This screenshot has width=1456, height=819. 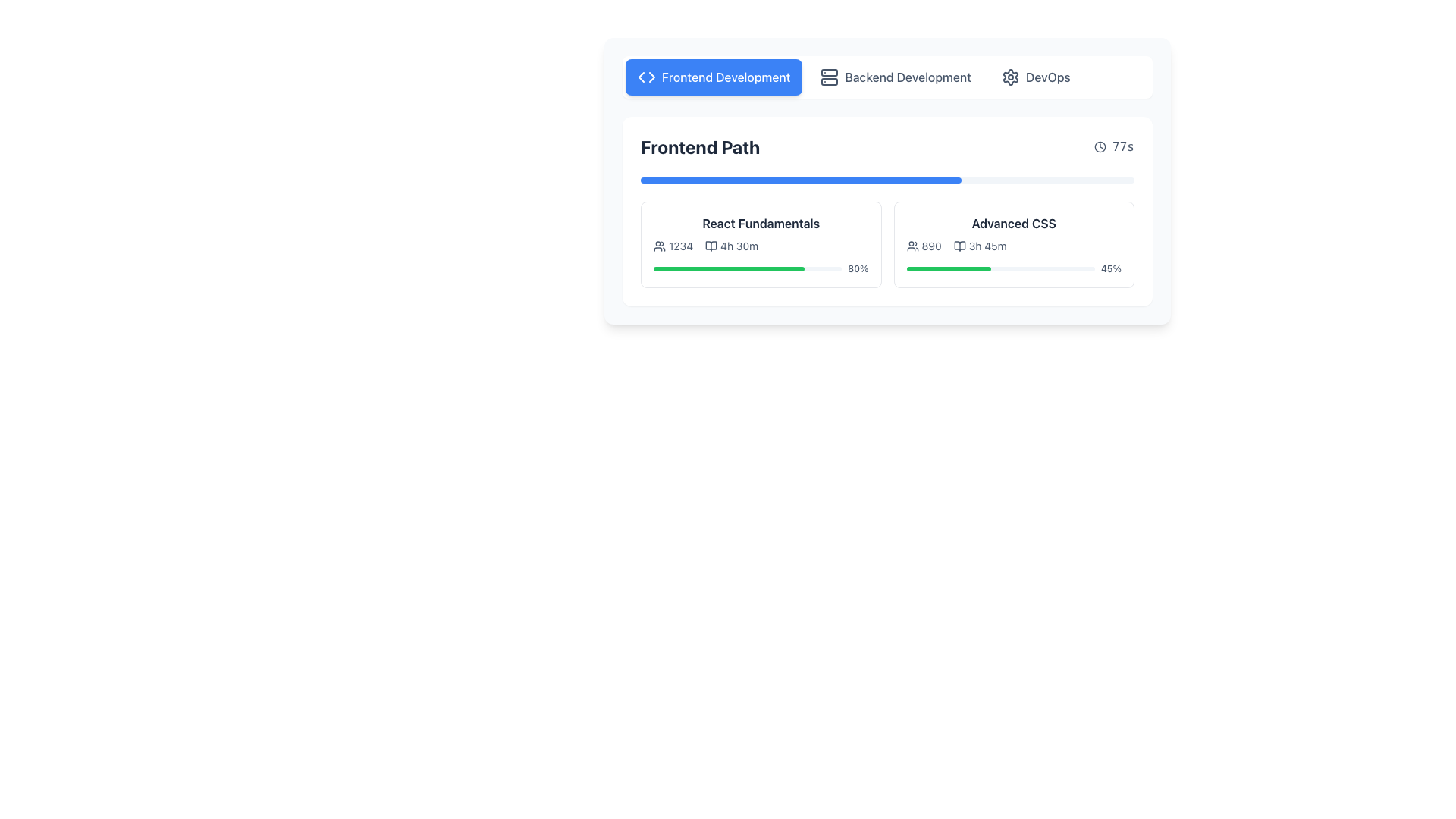 I want to click on the leftward-pointing chevron icon located in the blue tab labeled 'Frontend Development' within the top-left corner of the interface by moving the cursor over it, so click(x=641, y=77).